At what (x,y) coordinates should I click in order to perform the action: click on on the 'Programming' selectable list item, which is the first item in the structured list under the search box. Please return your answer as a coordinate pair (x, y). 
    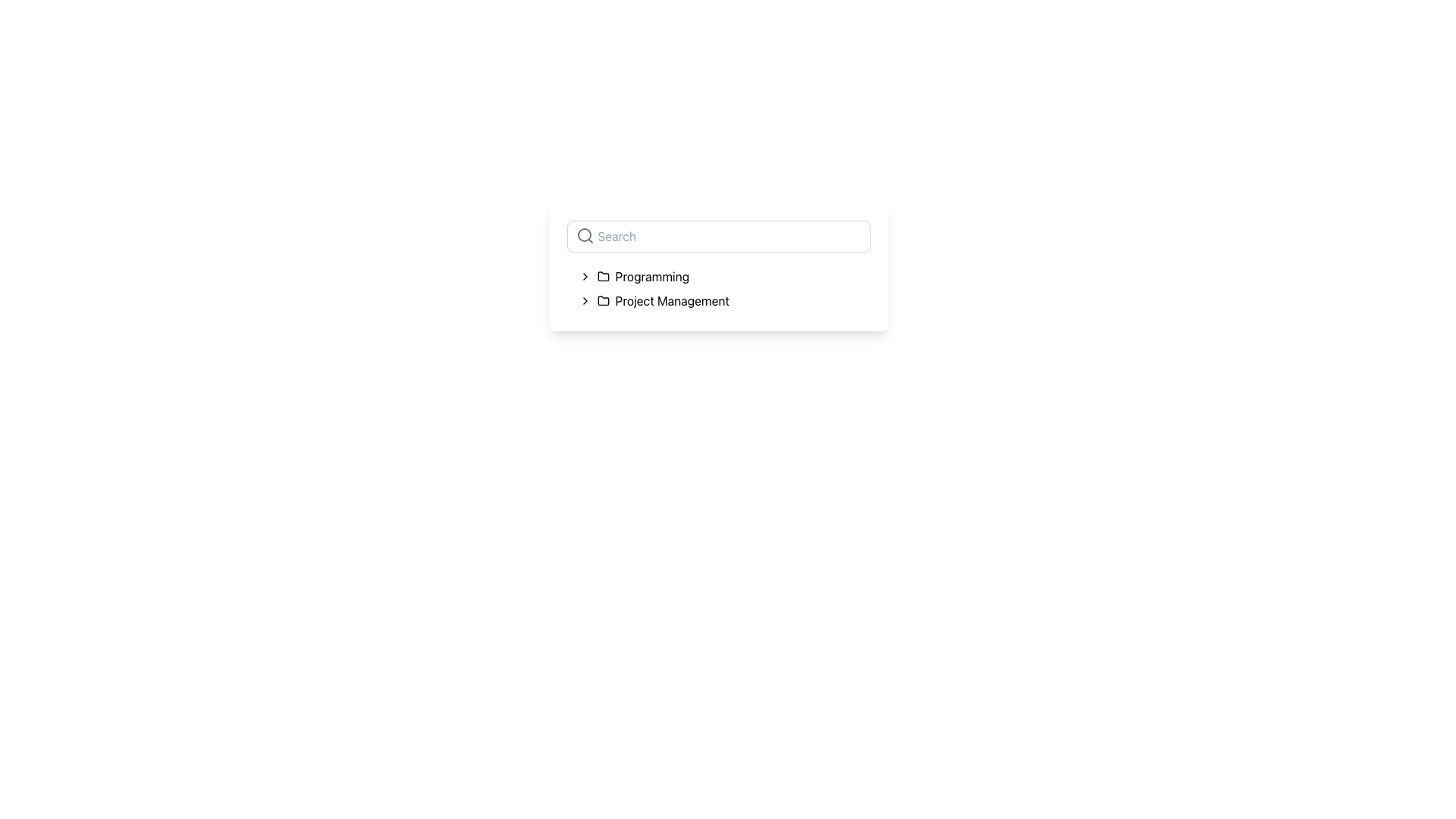
    Looking at the image, I should click on (723, 277).